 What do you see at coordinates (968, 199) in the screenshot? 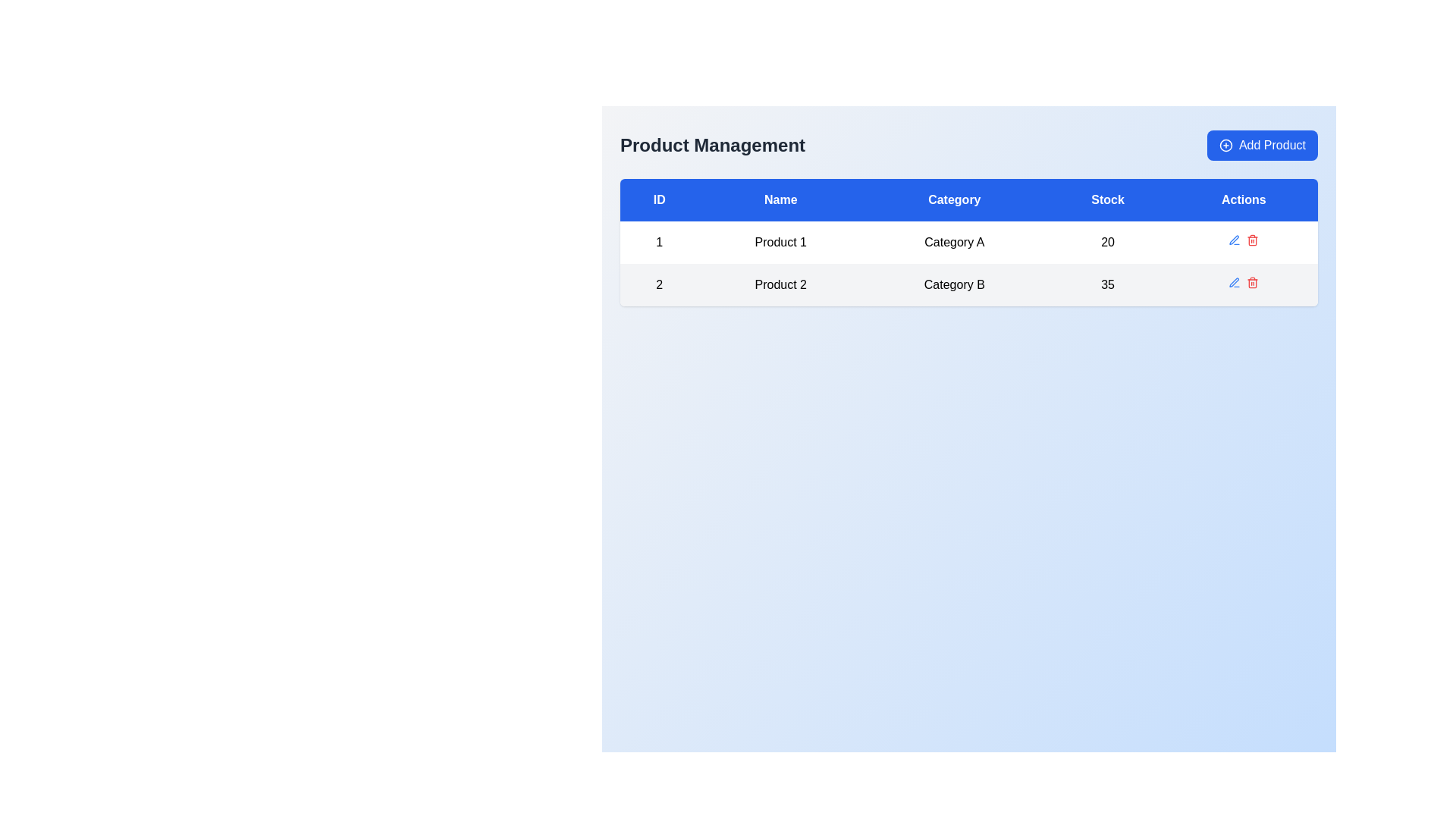
I see `the header cell labeled 'Category' in the Product Management table, which has a blue background and white text, positioned between the 'Name' and 'Stock' headers` at bounding box center [968, 199].